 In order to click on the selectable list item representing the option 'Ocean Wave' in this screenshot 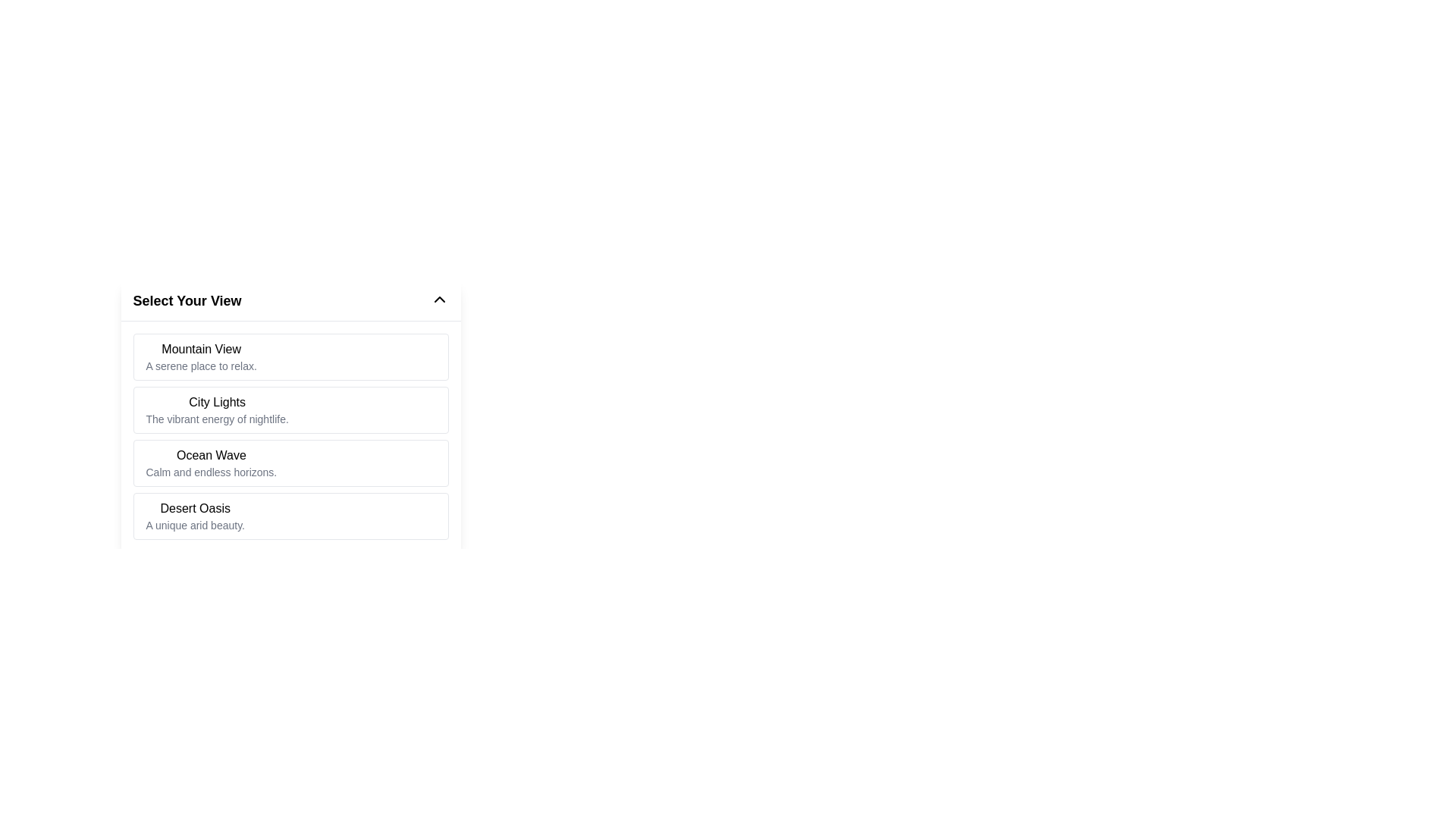, I will do `click(290, 462)`.